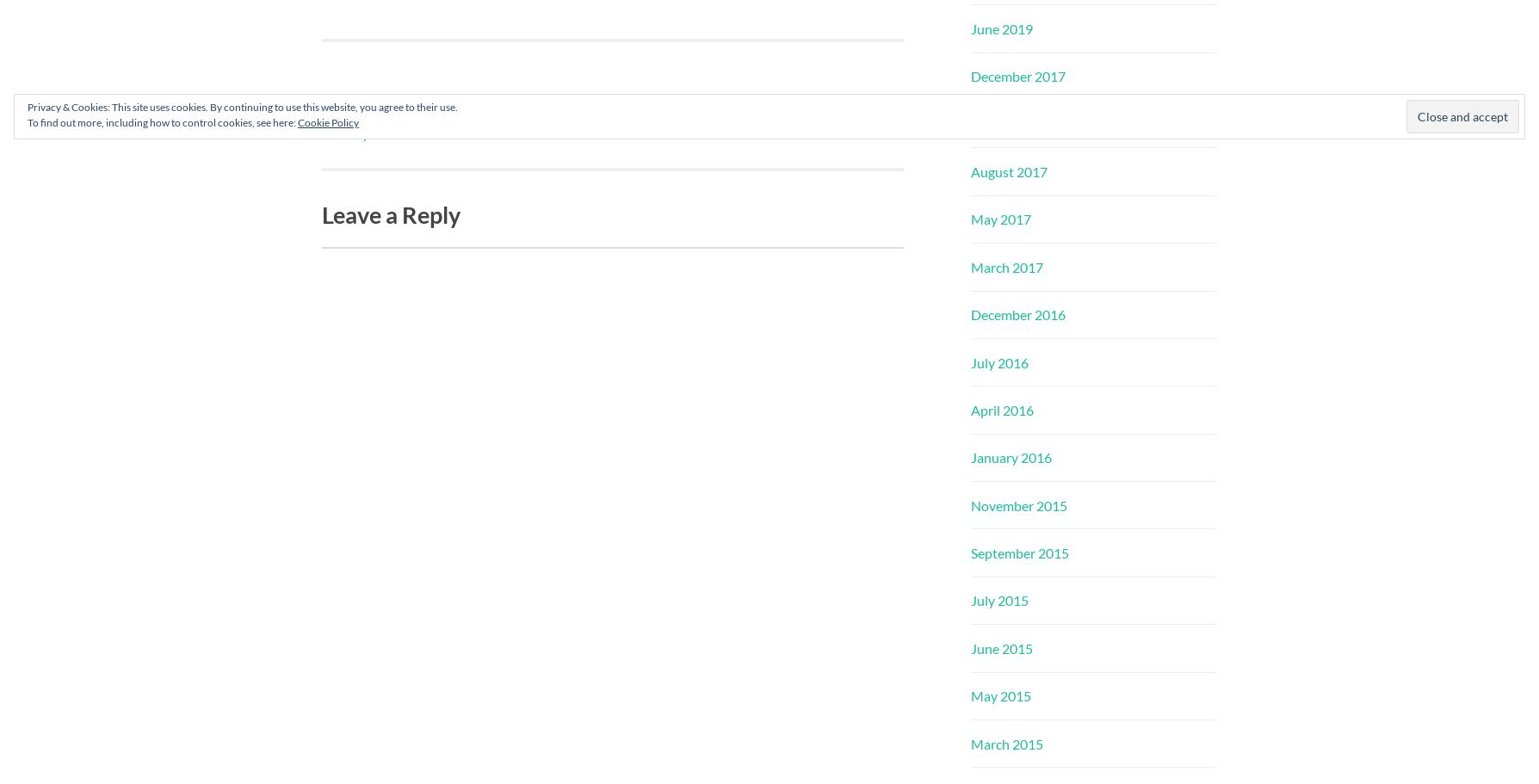 Image resolution: width=1539 pixels, height=784 pixels. I want to click on 'July 2015', so click(998, 599).